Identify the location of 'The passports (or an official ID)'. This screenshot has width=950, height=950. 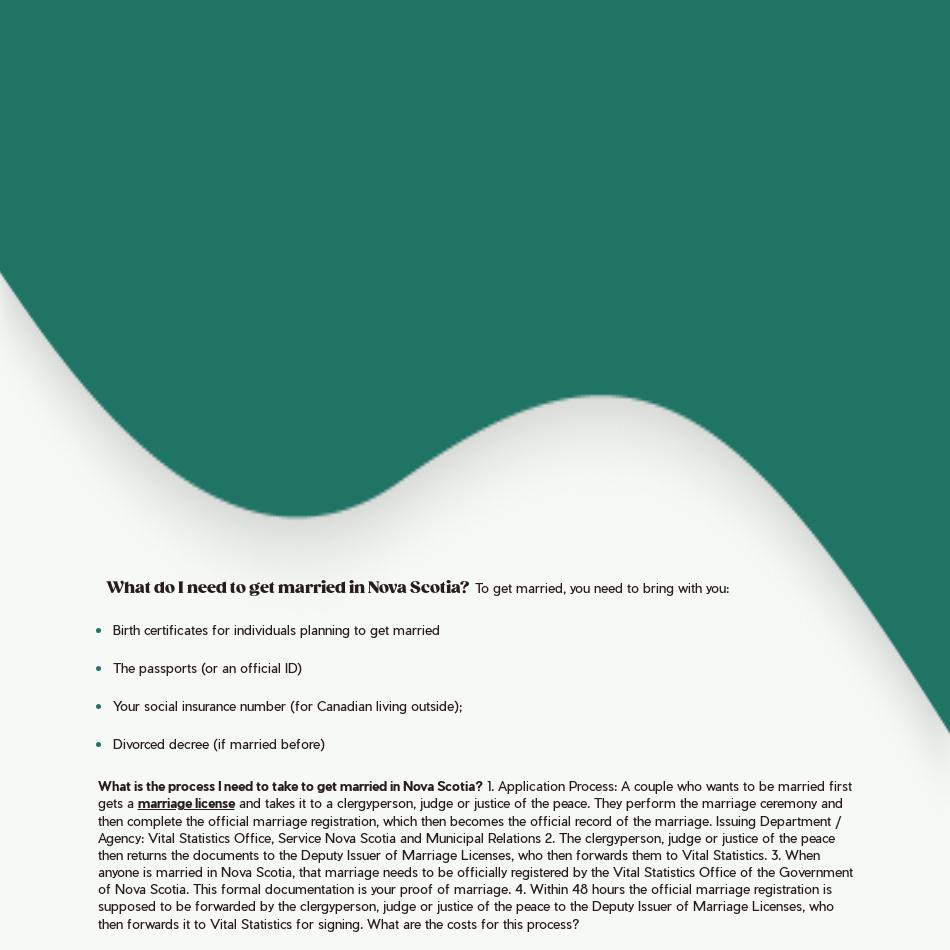
(206, 666).